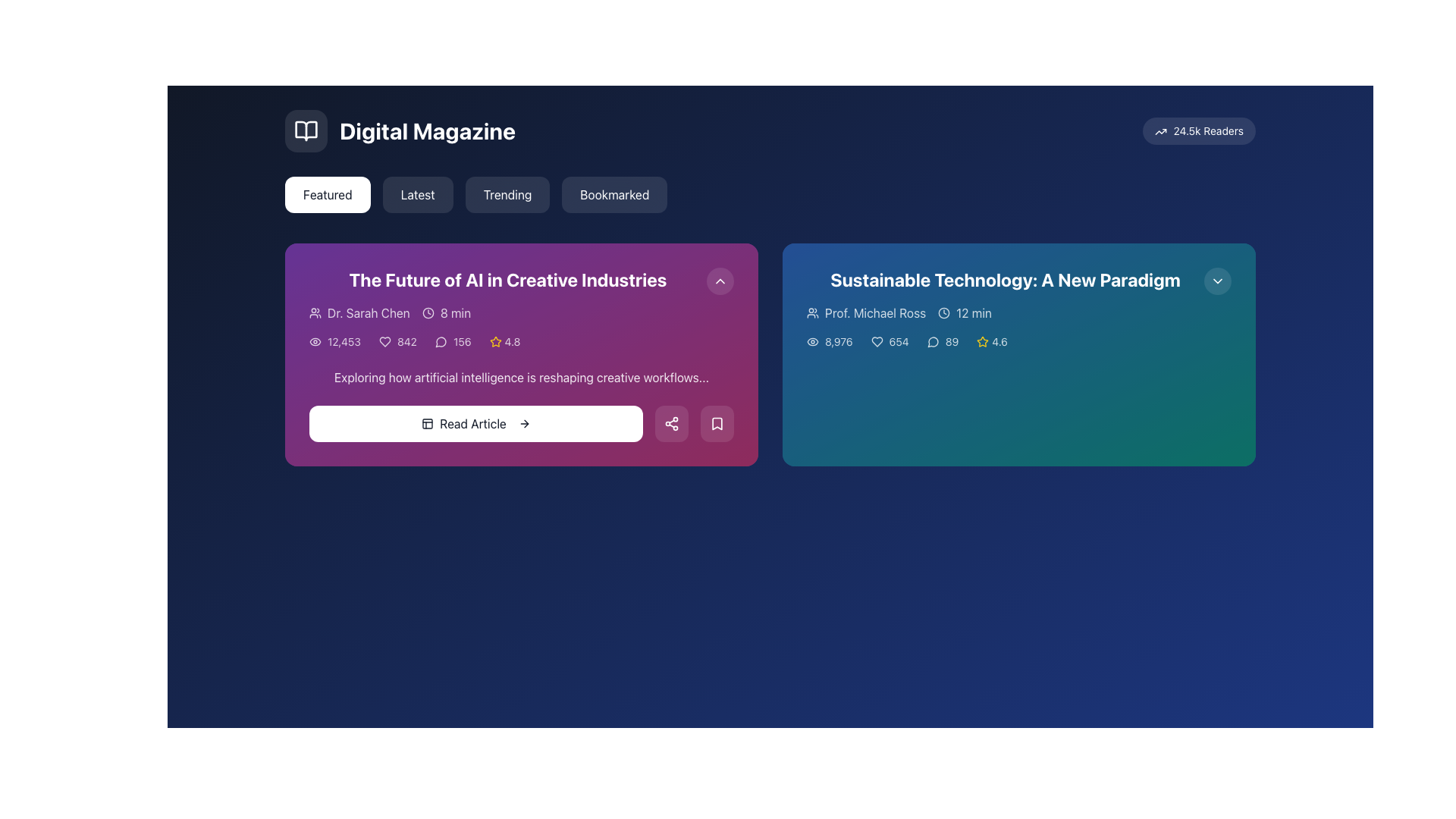 Image resolution: width=1456 pixels, height=819 pixels. What do you see at coordinates (327, 194) in the screenshot?
I see `the white rectangular button labeled 'Featured' with rounded corners` at bounding box center [327, 194].